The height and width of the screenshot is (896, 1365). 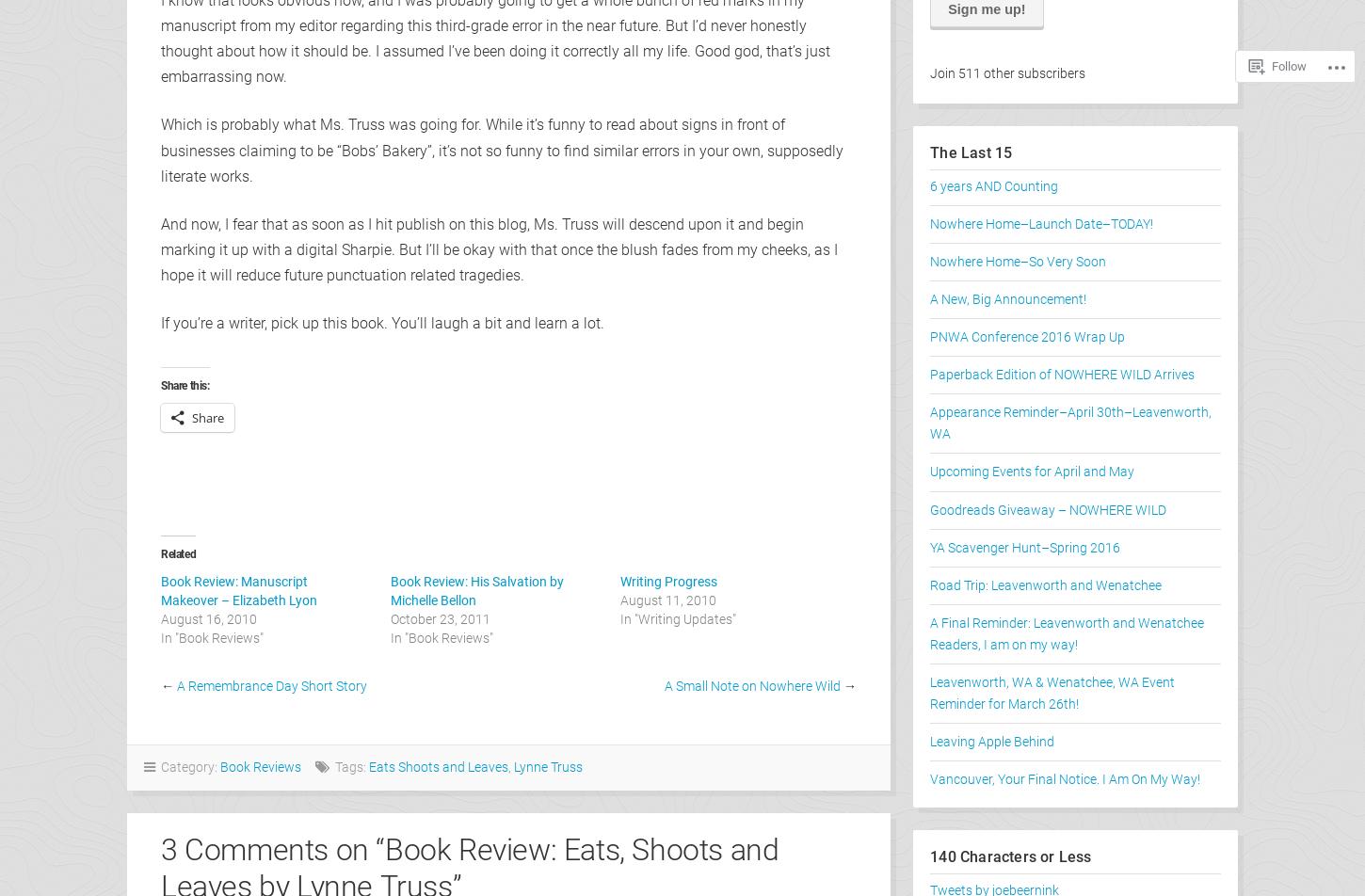 What do you see at coordinates (930, 472) in the screenshot?
I see `'Upcoming Events for April and May'` at bounding box center [930, 472].